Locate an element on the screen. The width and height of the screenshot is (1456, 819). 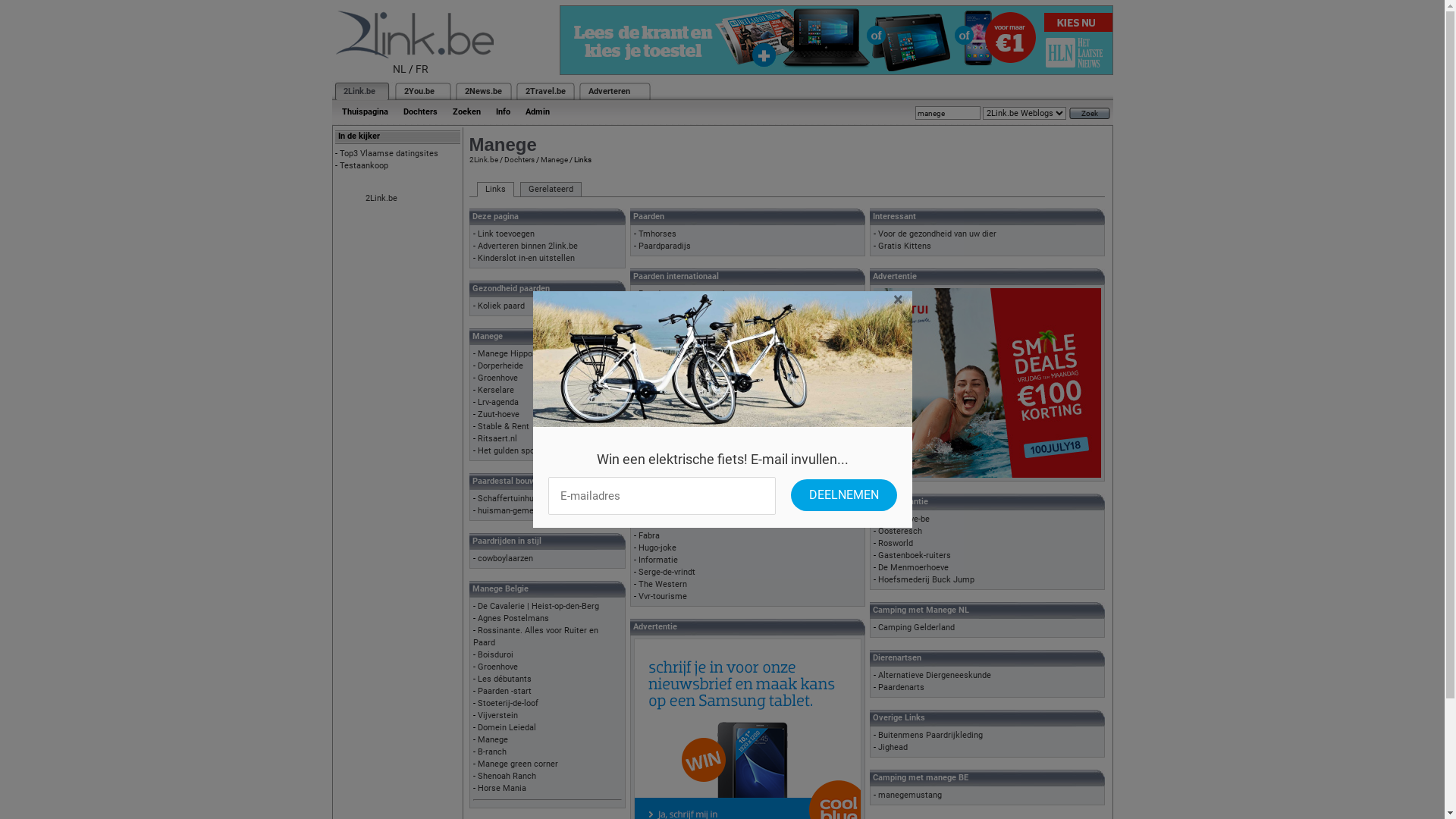
'De Menmoerhoeve' is located at coordinates (912, 567).